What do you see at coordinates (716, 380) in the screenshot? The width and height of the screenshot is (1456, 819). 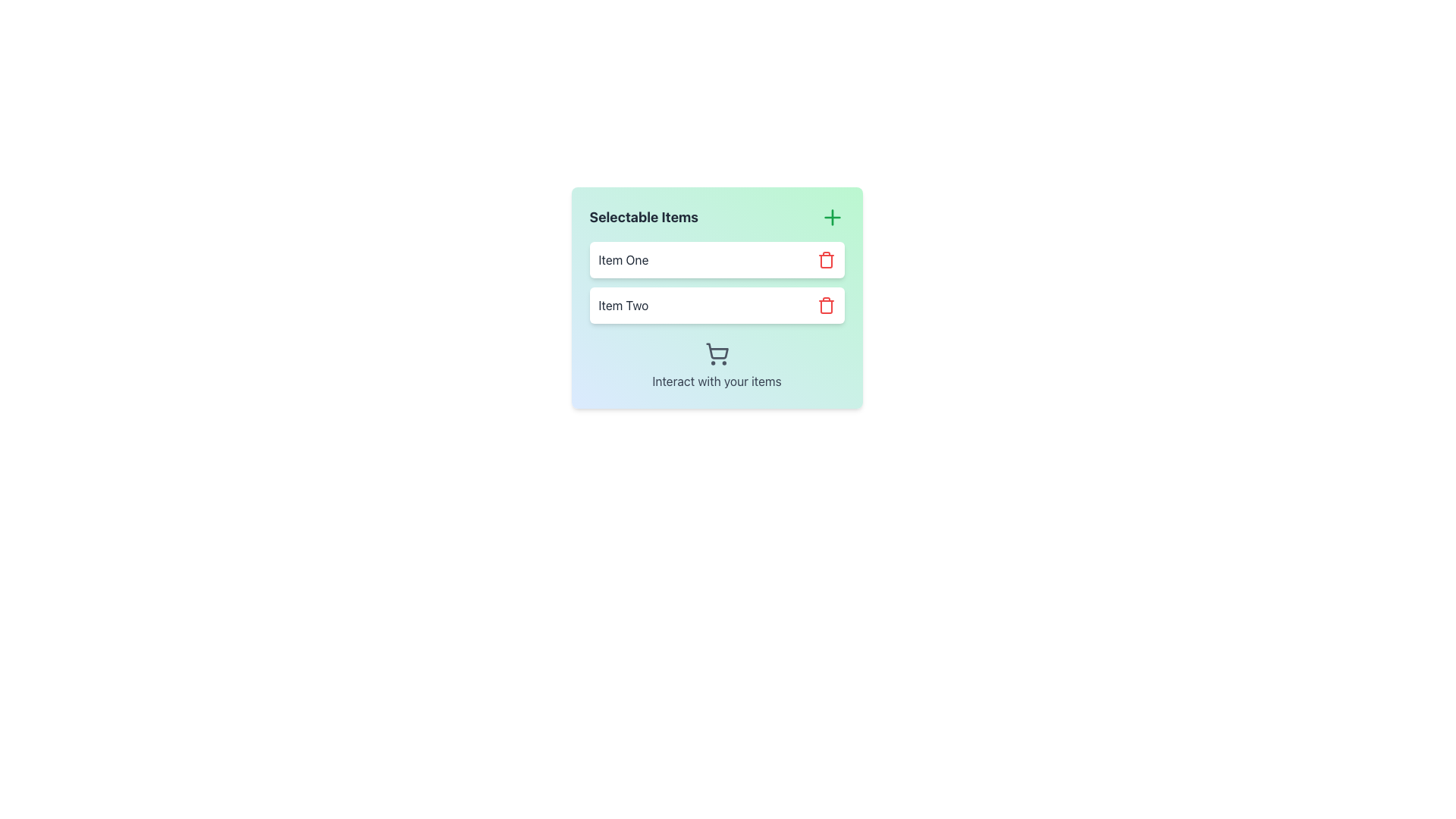 I see `text label that says 'Interact with your items', which is styled in gray and located below the shopping cart icon in the panel` at bounding box center [716, 380].